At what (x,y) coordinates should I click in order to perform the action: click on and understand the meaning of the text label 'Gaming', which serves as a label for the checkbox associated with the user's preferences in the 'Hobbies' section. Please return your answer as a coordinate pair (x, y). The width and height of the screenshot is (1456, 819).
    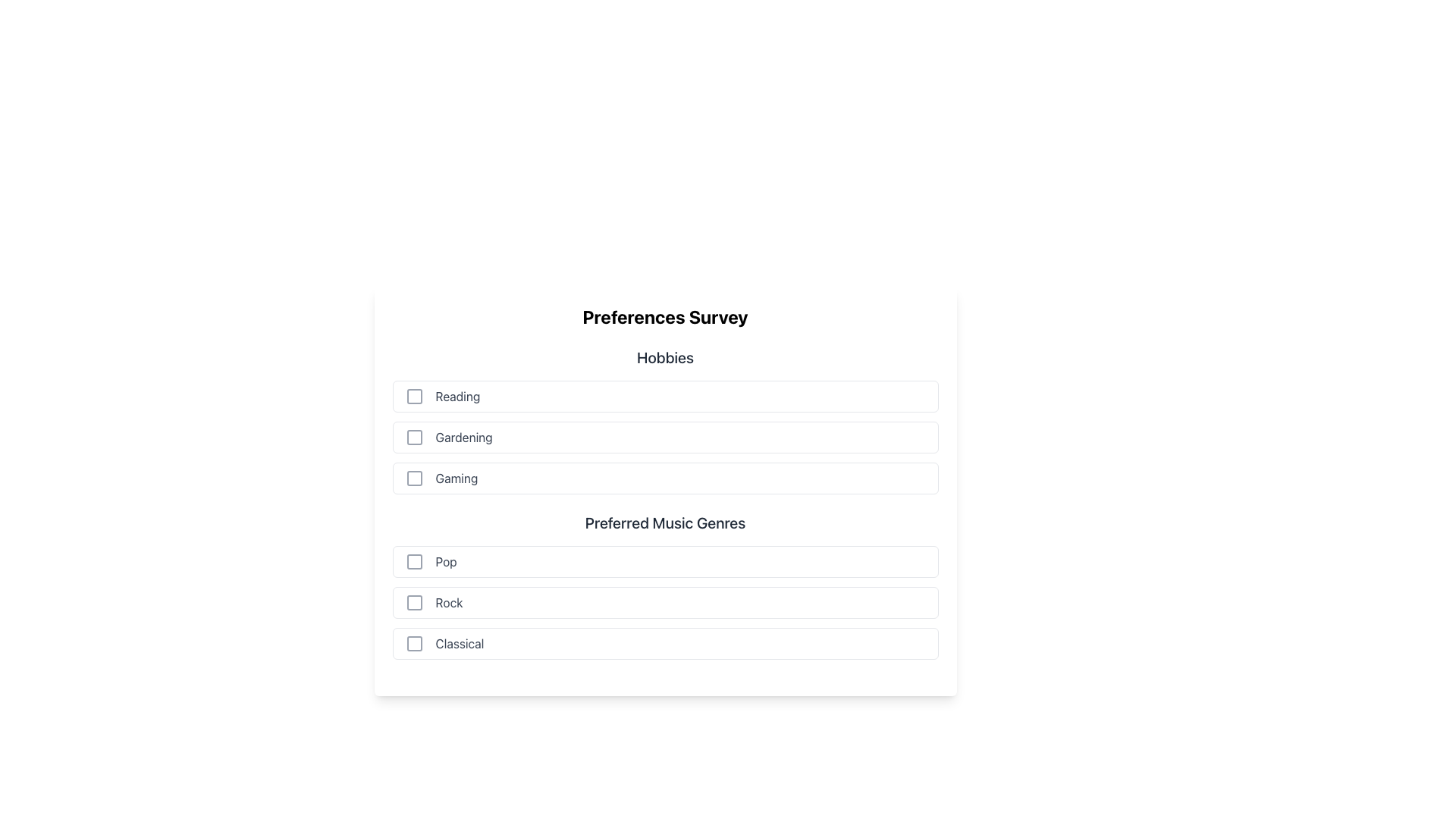
    Looking at the image, I should click on (456, 479).